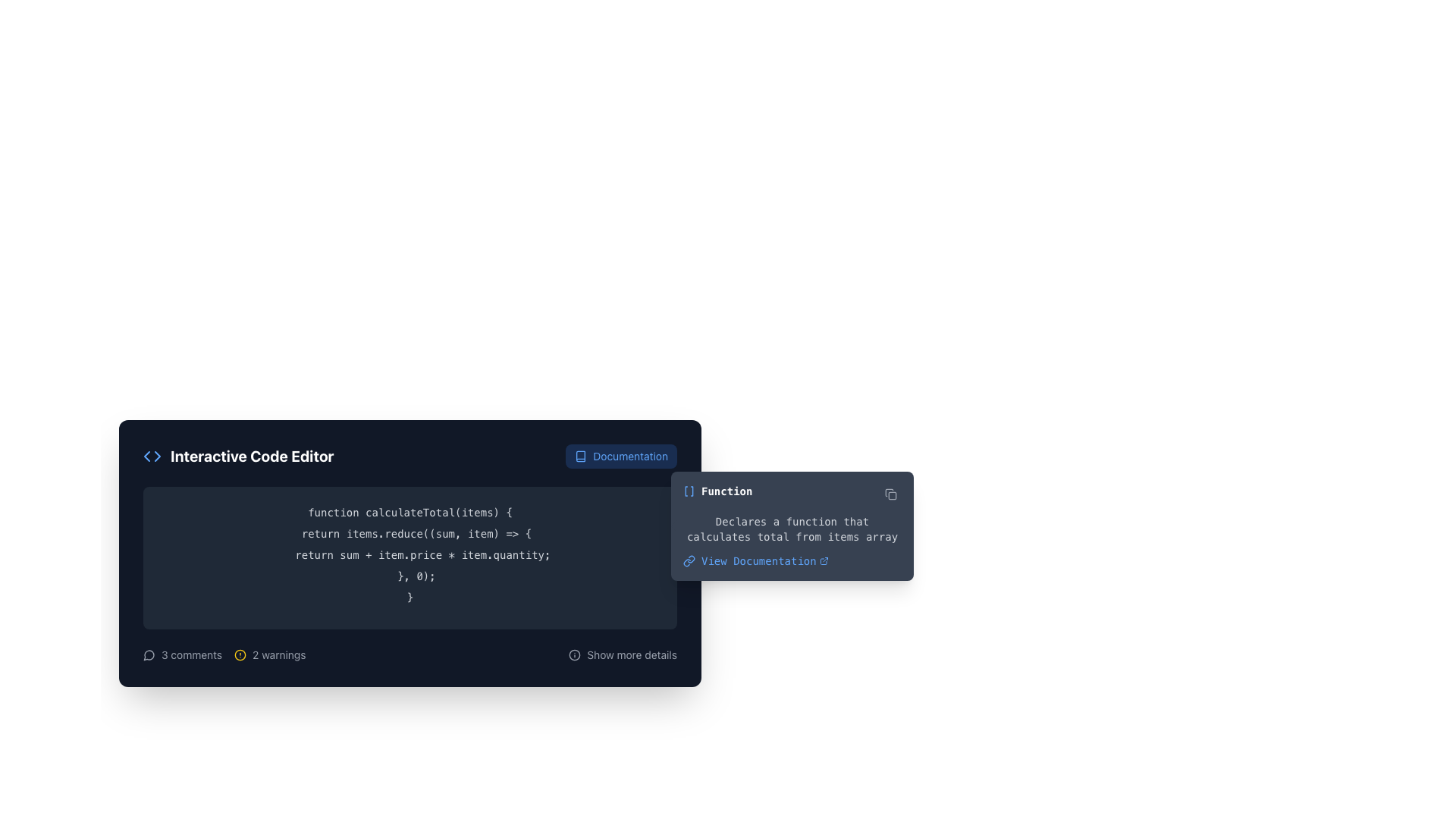  What do you see at coordinates (410, 533) in the screenshot?
I see `the second visible line in the code block that displays the JavaScript code statement 'return items.reduce((sum, item) => {', located in the Interactive Code Editor` at bounding box center [410, 533].